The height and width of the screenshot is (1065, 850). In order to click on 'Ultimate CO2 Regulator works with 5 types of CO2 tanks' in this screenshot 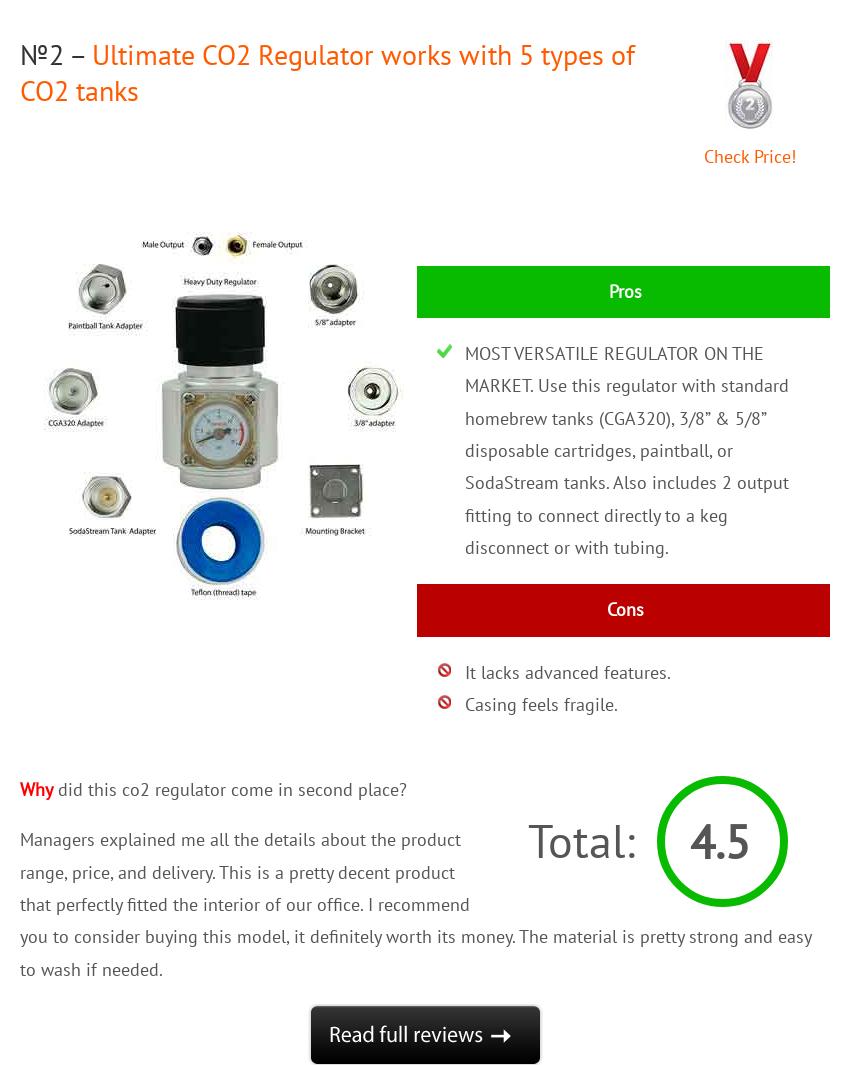, I will do `click(327, 71)`.